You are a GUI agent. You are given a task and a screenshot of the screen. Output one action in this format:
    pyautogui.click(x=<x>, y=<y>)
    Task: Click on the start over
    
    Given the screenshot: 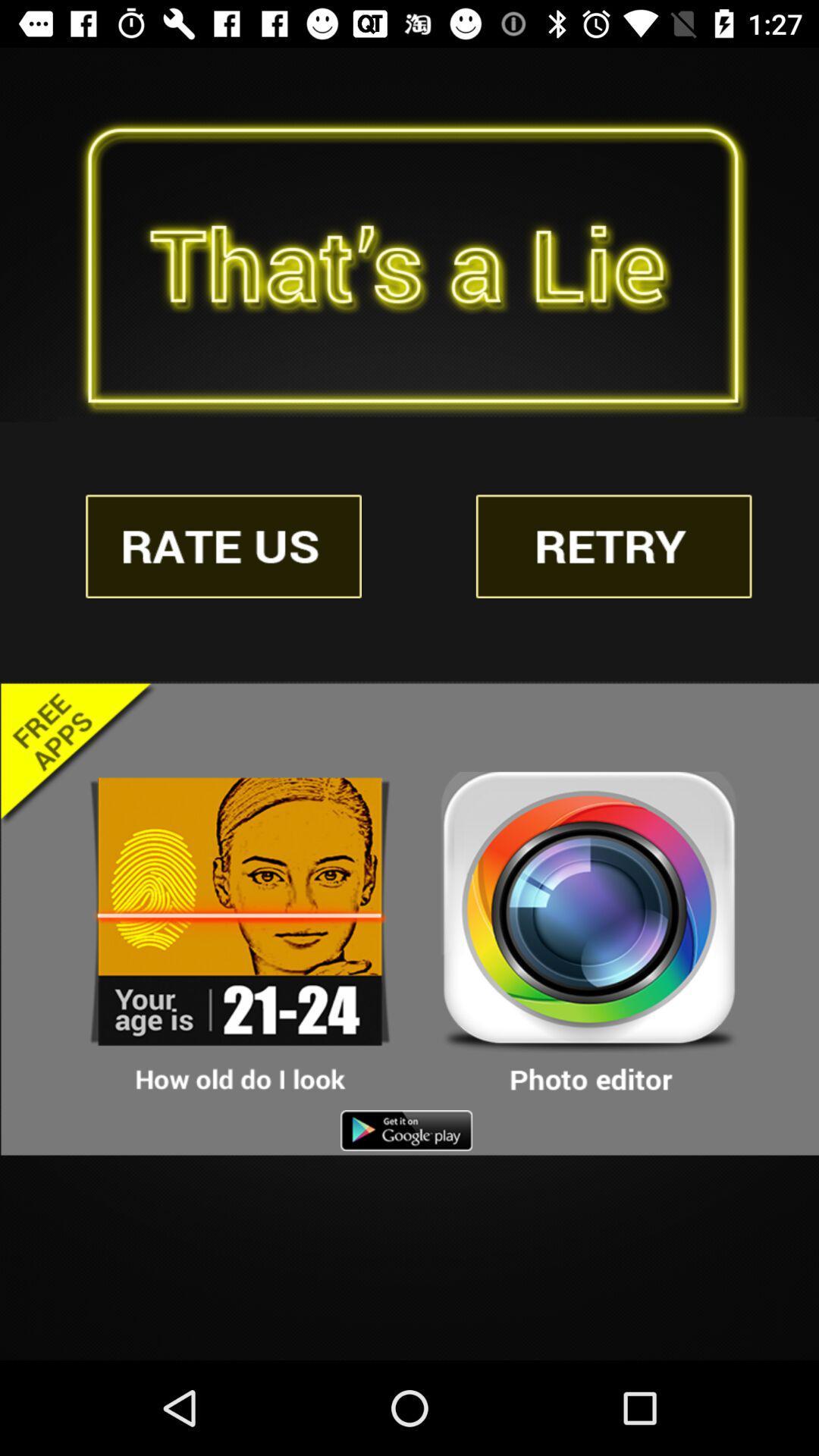 What is the action you would take?
    pyautogui.click(x=613, y=546)
    